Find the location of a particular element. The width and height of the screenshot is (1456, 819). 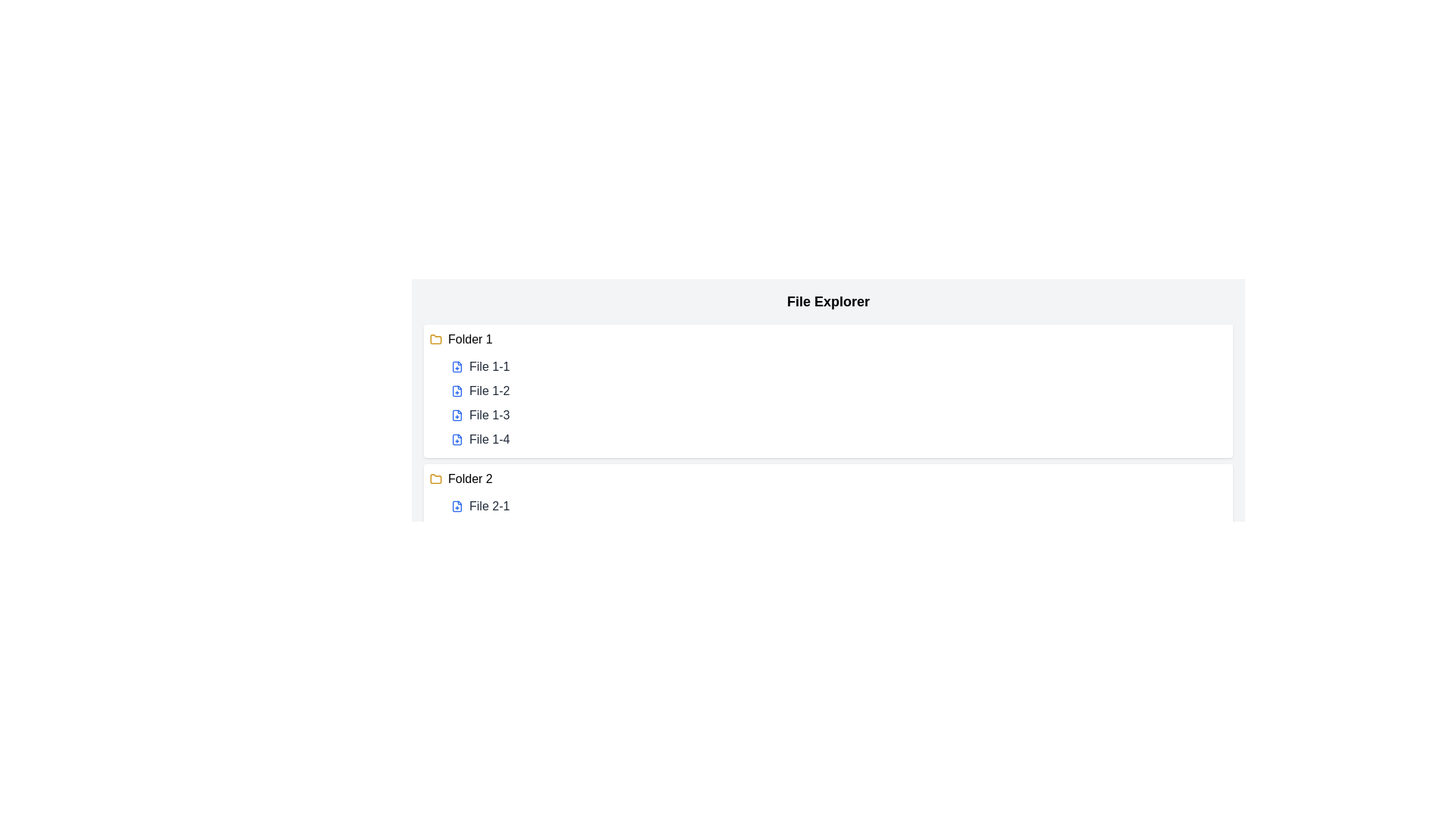

the SVG icon resembling a file with a plus sign is located at coordinates (457, 506).